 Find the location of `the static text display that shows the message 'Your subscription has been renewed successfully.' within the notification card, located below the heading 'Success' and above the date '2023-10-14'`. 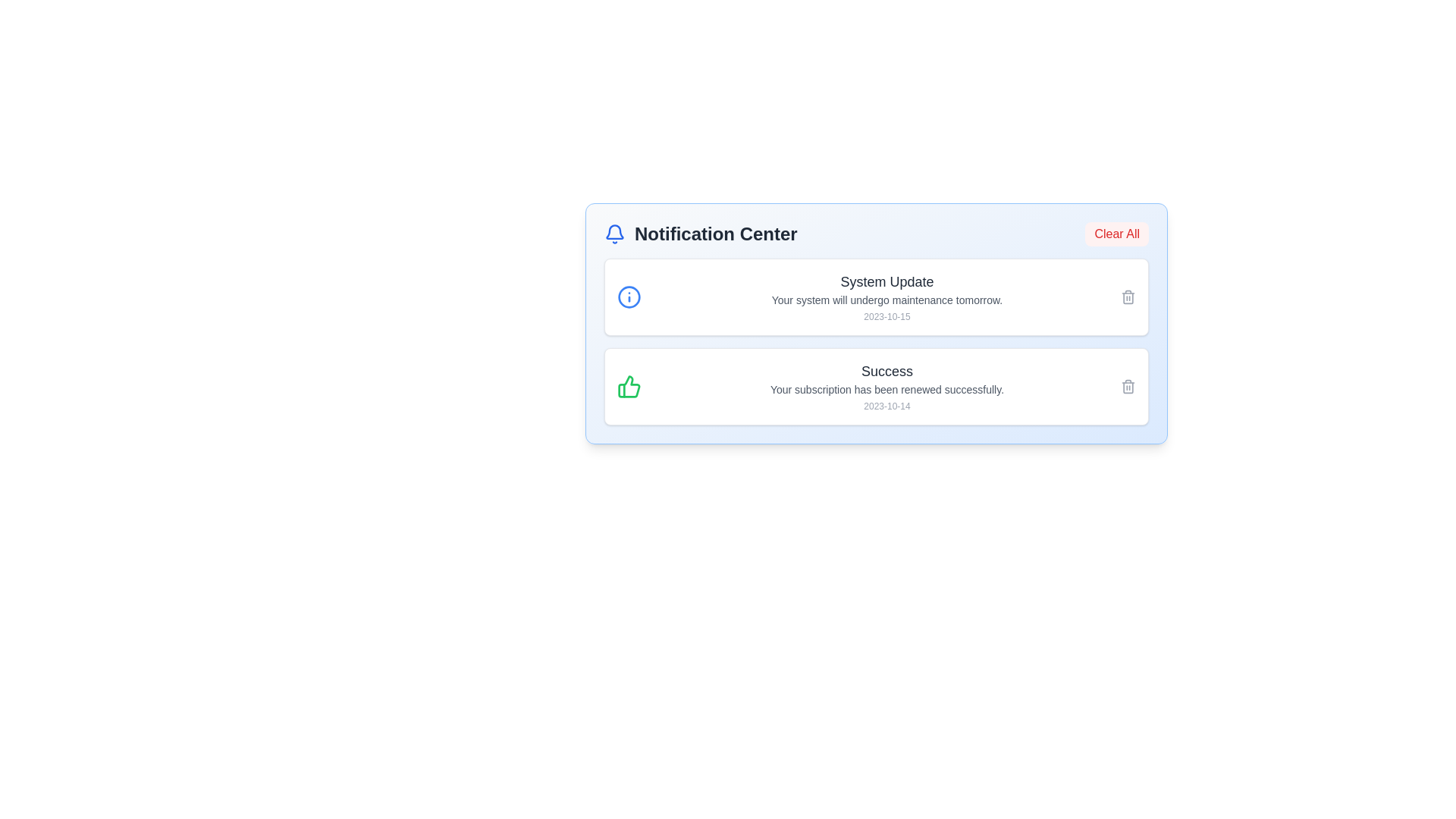

the static text display that shows the message 'Your subscription has been renewed successfully.' within the notification card, located below the heading 'Success' and above the date '2023-10-14' is located at coordinates (887, 388).